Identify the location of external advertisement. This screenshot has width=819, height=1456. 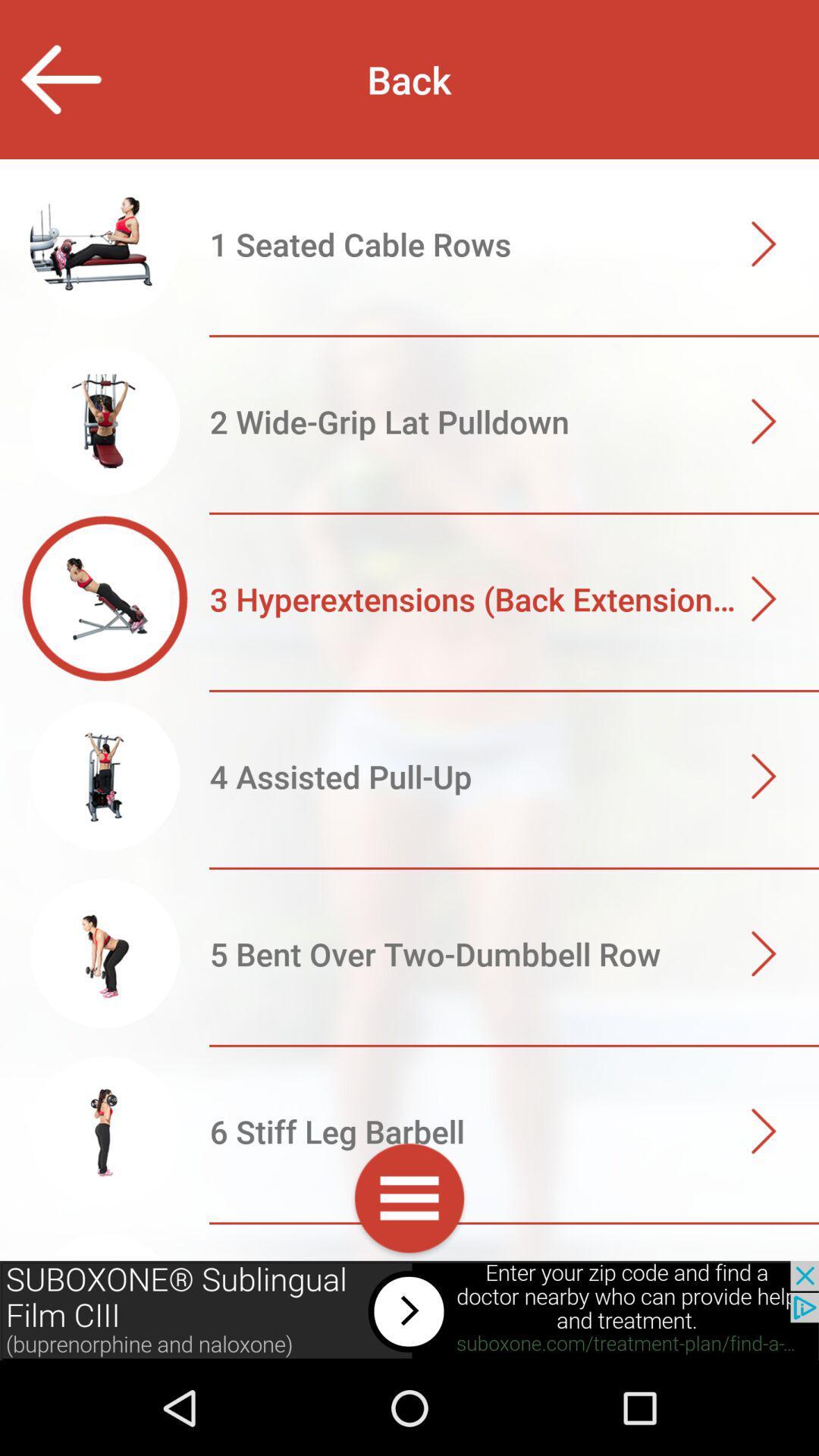
(409, 1310).